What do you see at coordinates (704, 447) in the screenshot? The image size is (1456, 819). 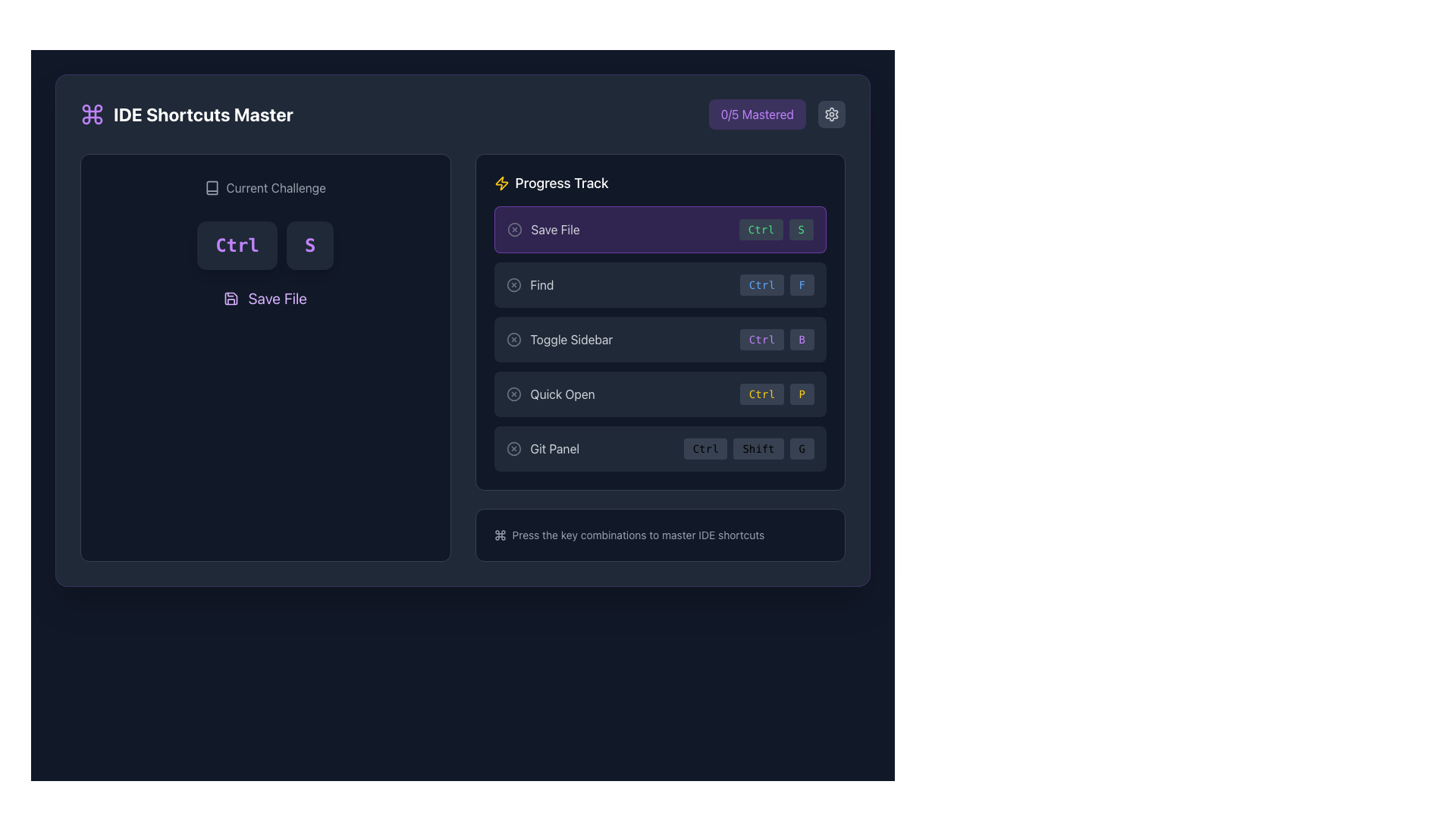 I see `the static label element displaying 'Ctrl' in orange on a dark gray background, located in the bottom row of the 'Progress Track' section within the 'Git Panel'` at bounding box center [704, 447].